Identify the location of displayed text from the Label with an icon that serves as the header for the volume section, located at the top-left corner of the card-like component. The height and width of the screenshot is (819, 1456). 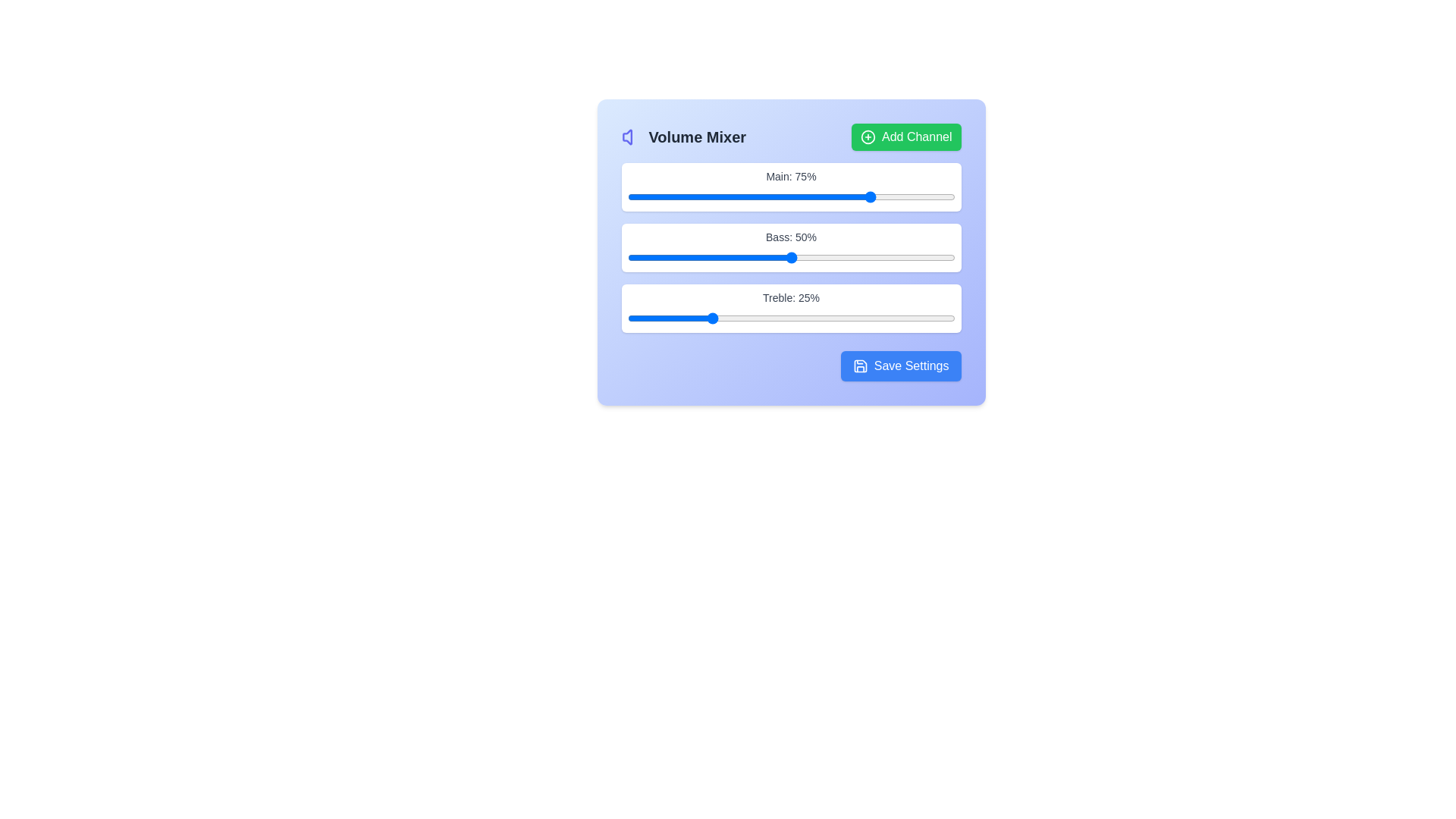
(682, 137).